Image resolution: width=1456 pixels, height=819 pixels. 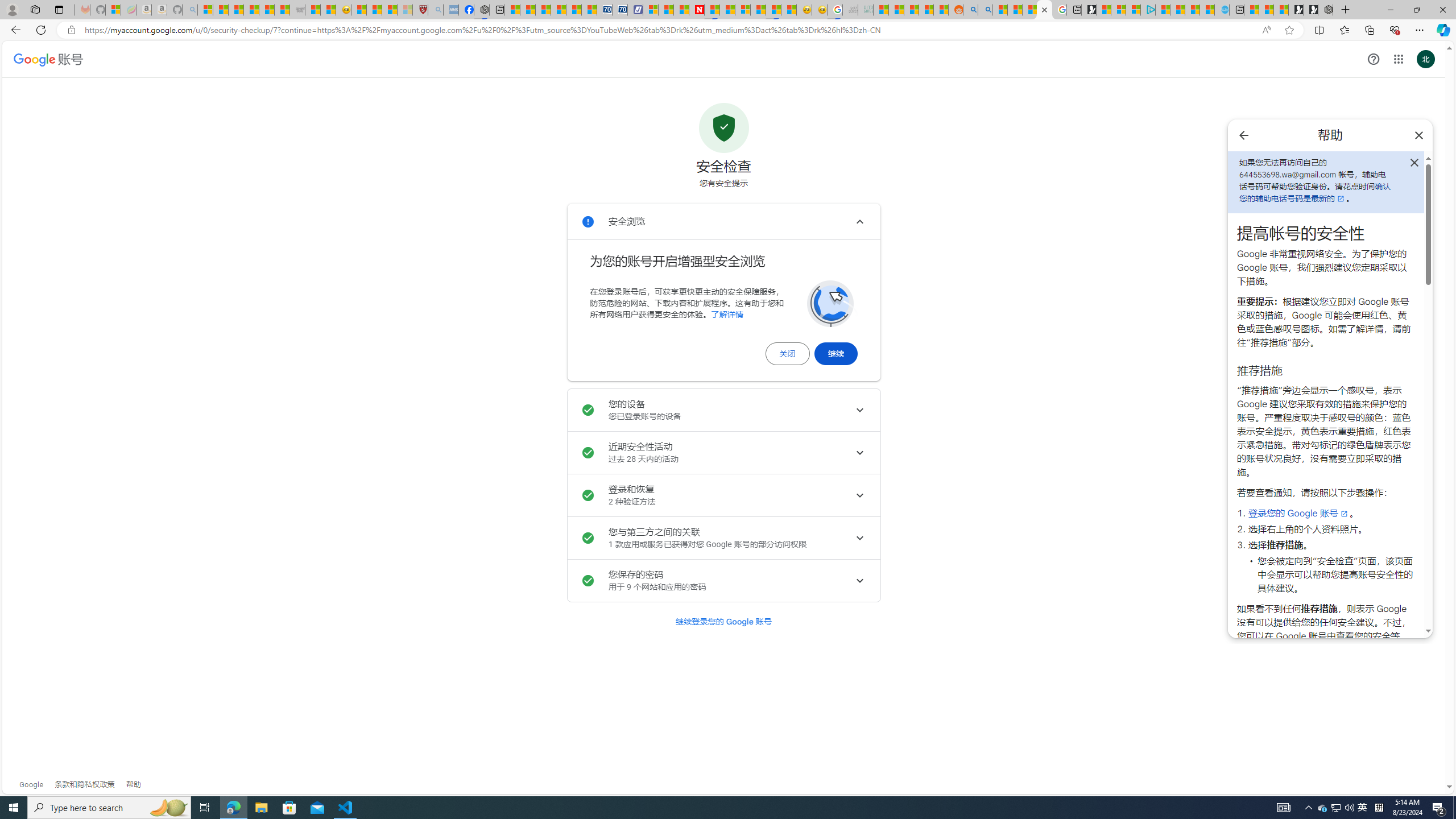 What do you see at coordinates (236, 9) in the screenshot?
I see `'The Weather Channel - MSN'` at bounding box center [236, 9].